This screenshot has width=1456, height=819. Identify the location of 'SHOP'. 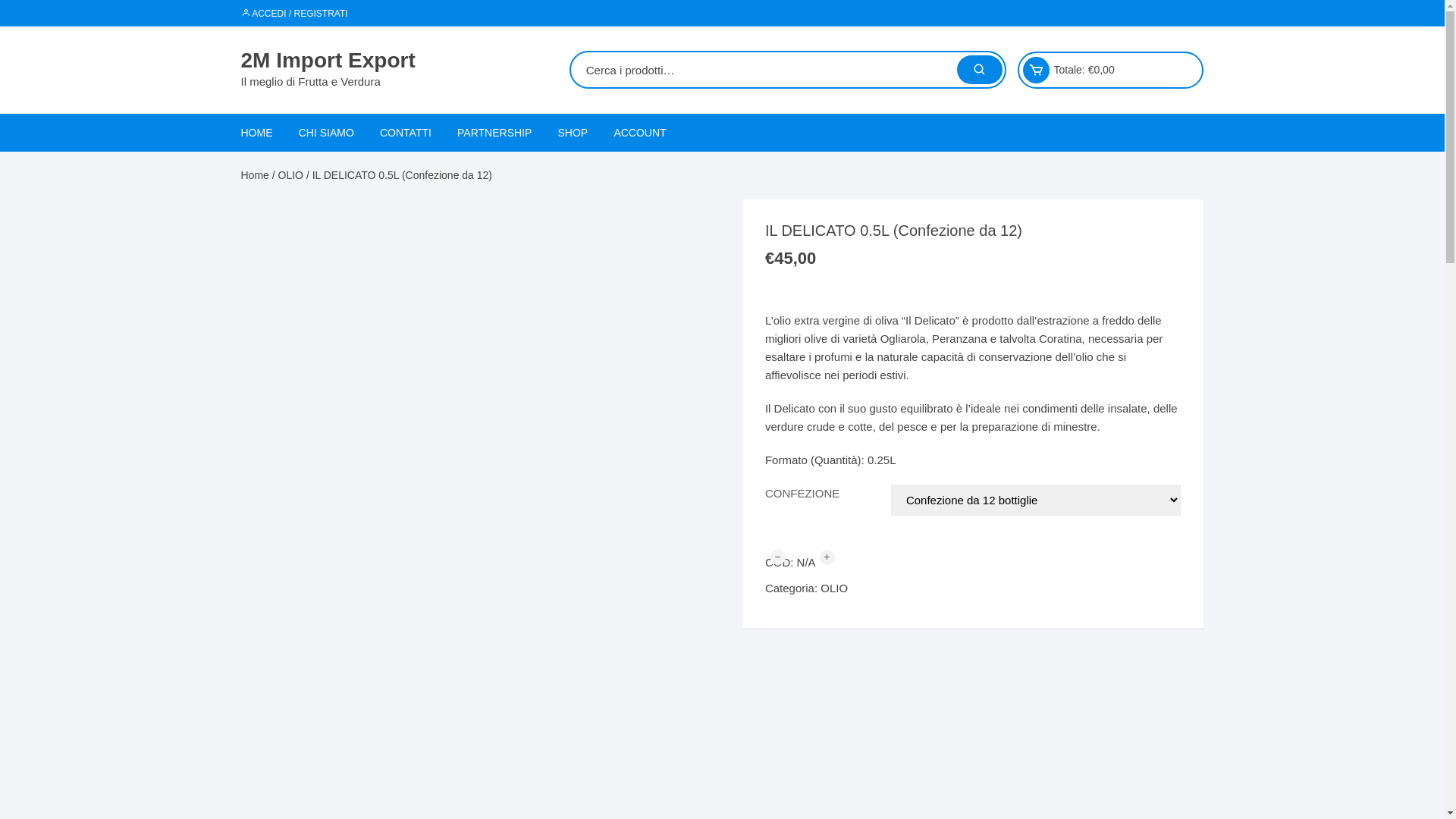
(573, 131).